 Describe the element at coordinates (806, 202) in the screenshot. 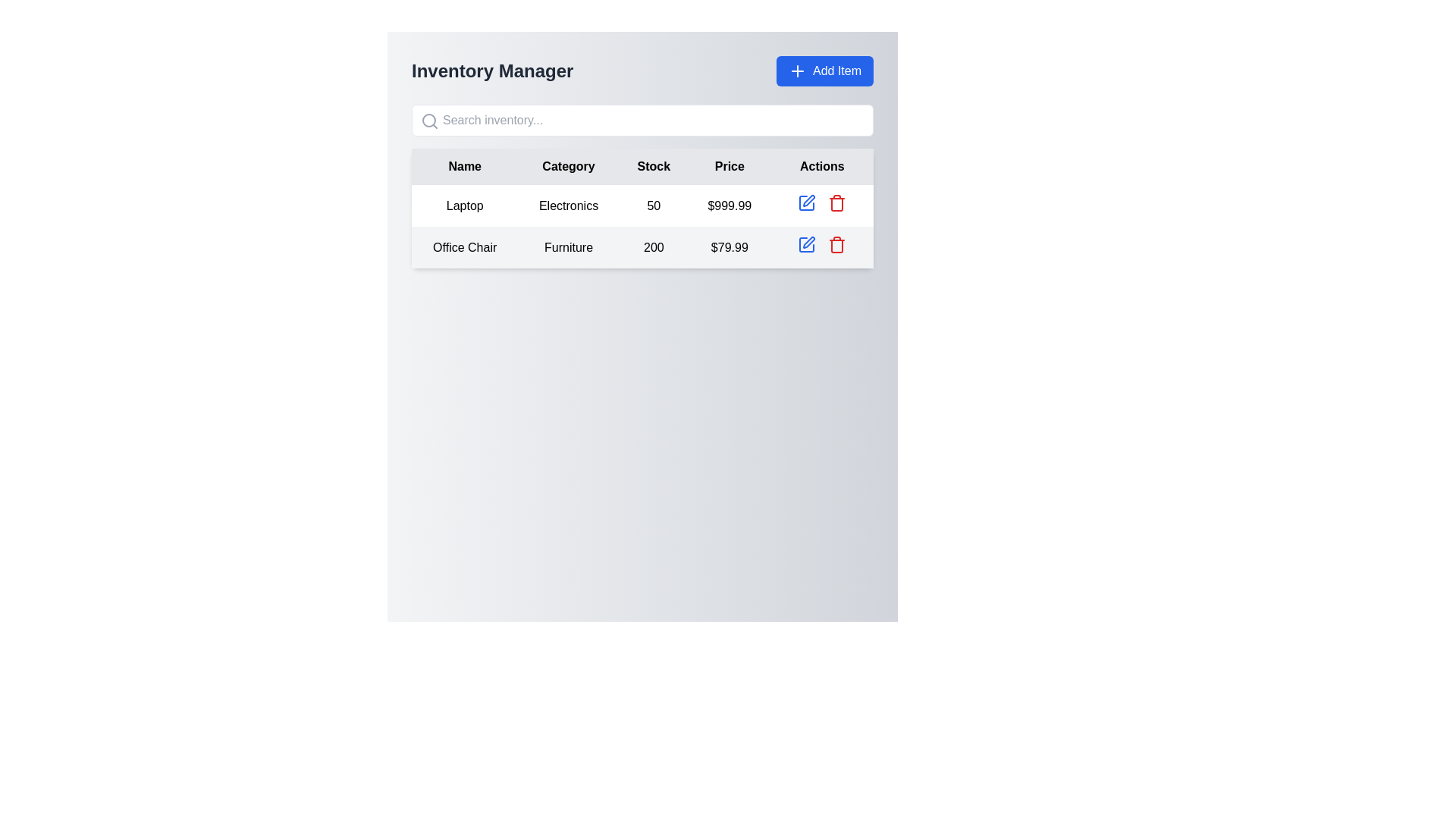

I see `the edit action button, which is a blue stroked icon resembling a pencil located in the 'Actions' column of the first row in the data table` at that location.